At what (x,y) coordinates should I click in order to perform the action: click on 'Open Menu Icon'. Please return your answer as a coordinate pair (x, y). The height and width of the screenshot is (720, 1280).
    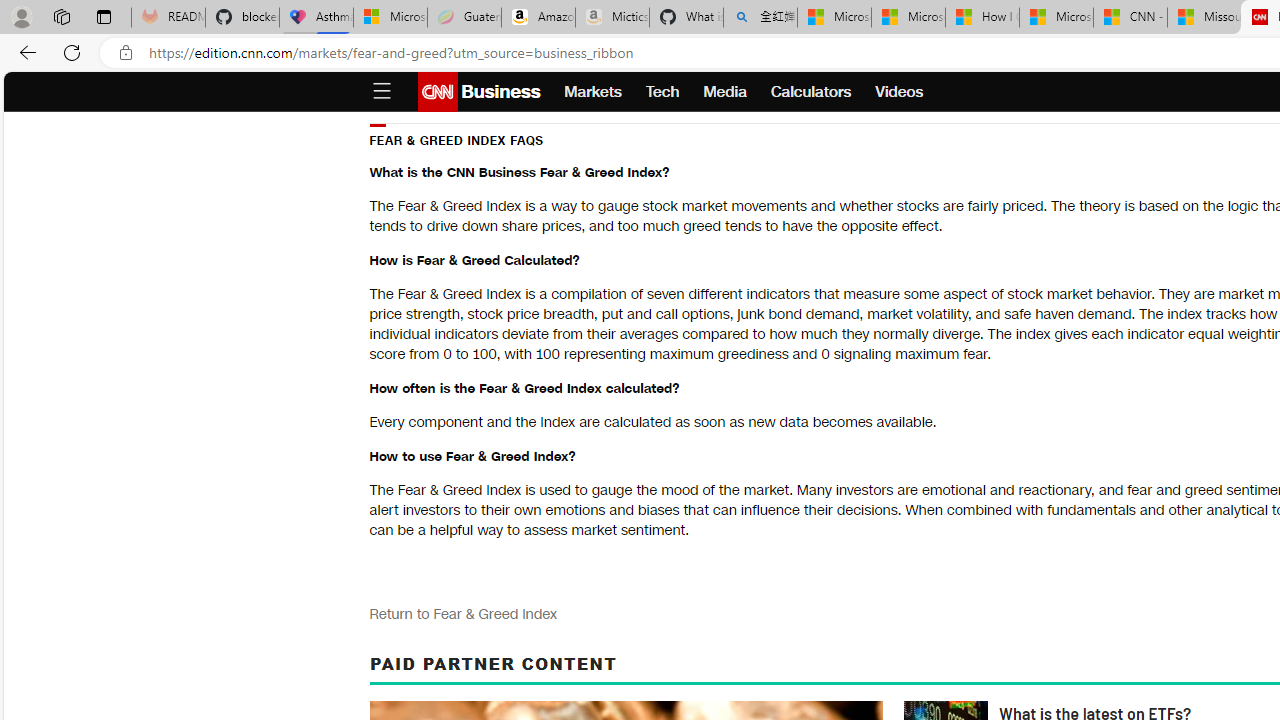
    Looking at the image, I should click on (381, 92).